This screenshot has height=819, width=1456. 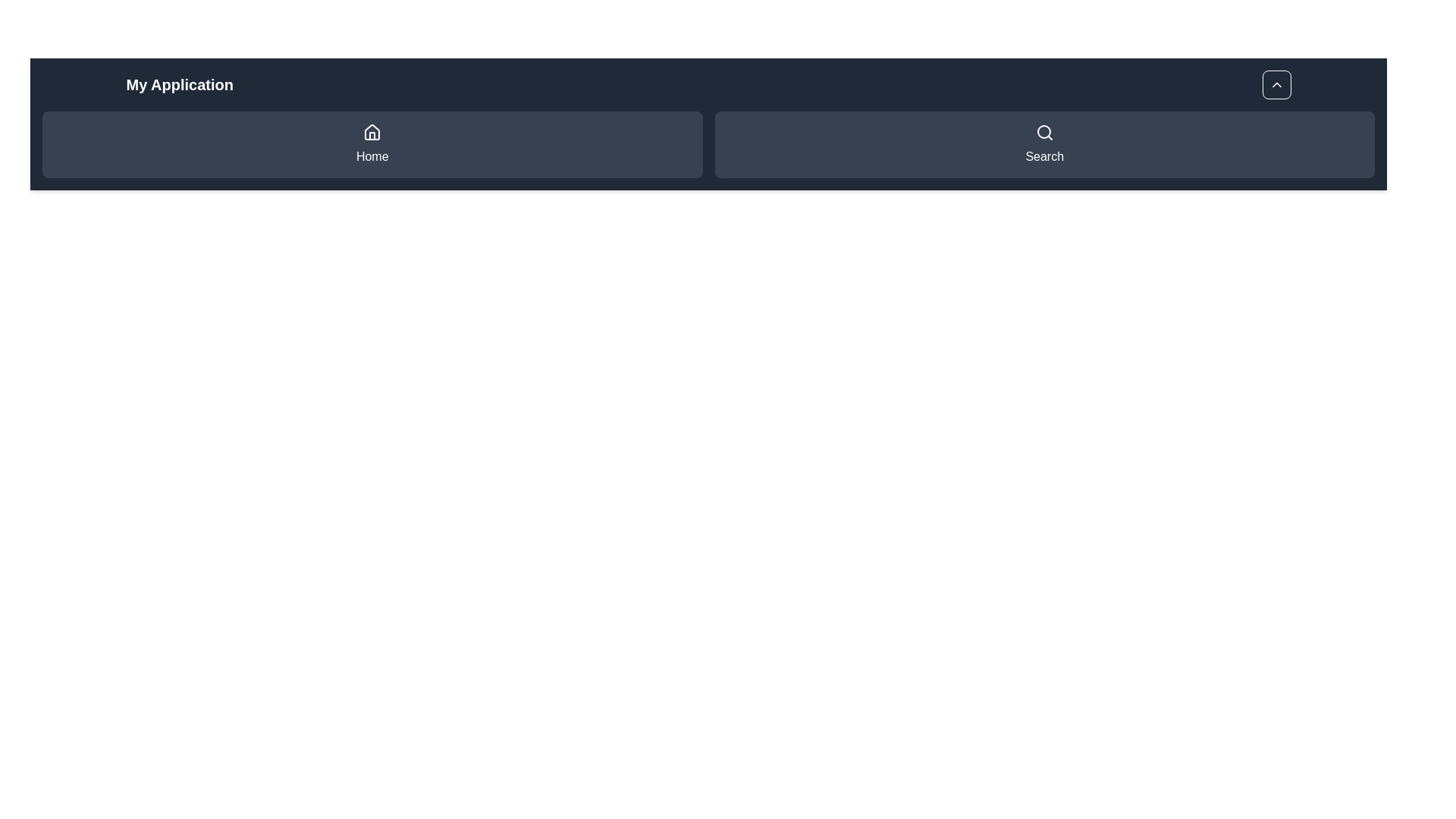 I want to click on the upward navigation icon located in the top-right corner of the header section, so click(x=1276, y=84).